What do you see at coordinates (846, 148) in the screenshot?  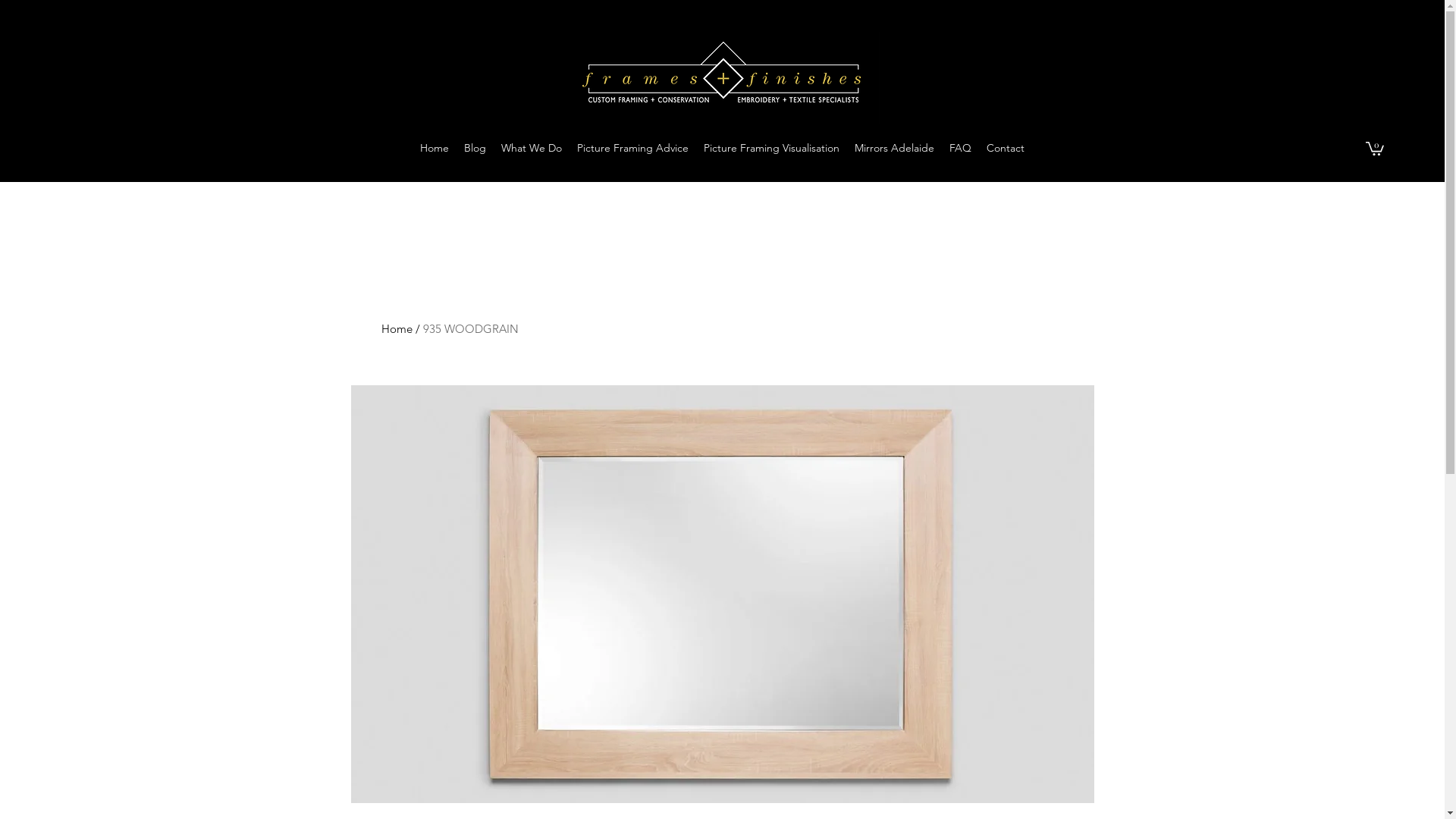 I see `'Mirrors Adelaide'` at bounding box center [846, 148].